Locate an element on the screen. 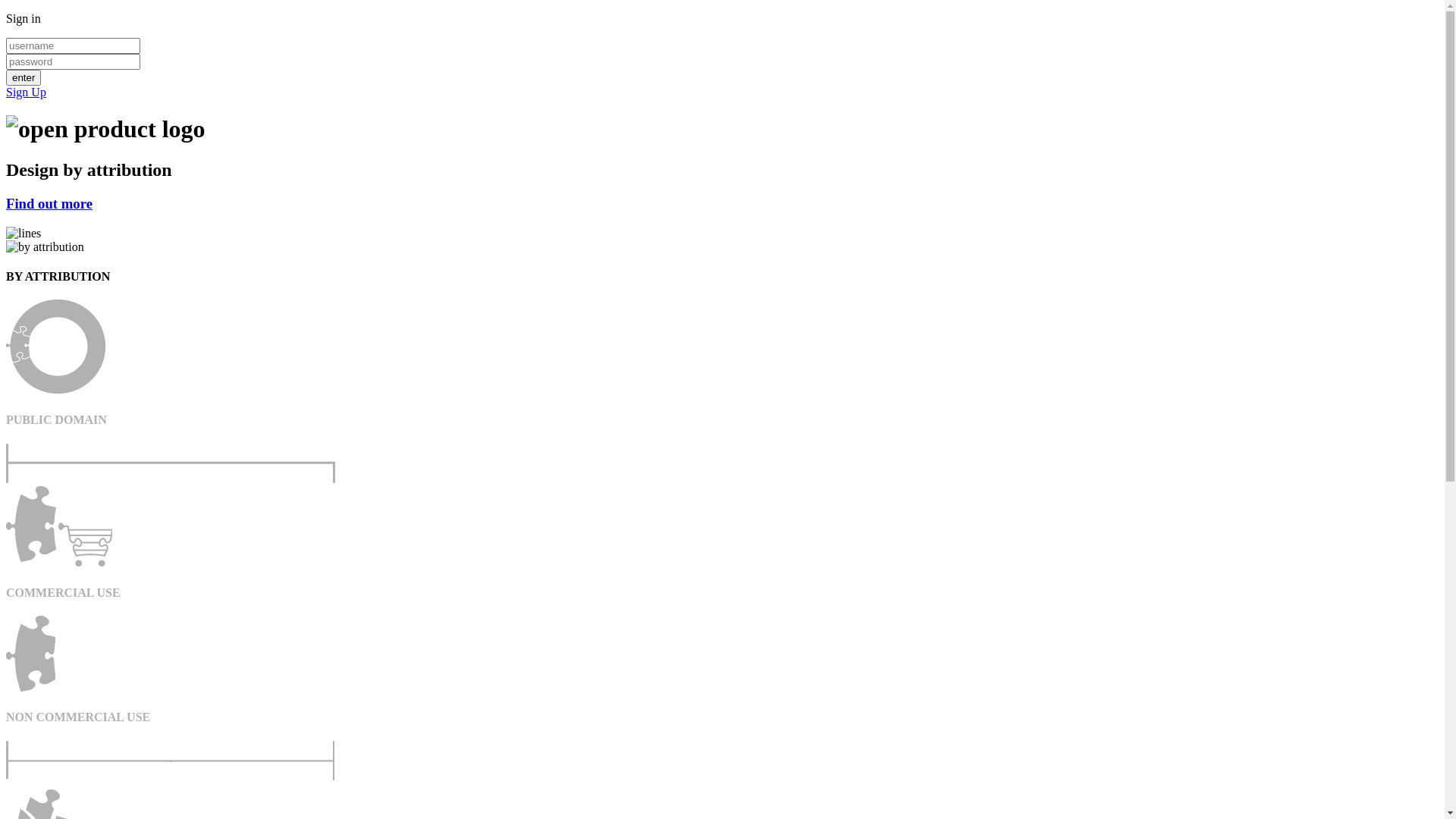 This screenshot has height=819, width=1456. 'Find out more' is located at coordinates (6, 202).